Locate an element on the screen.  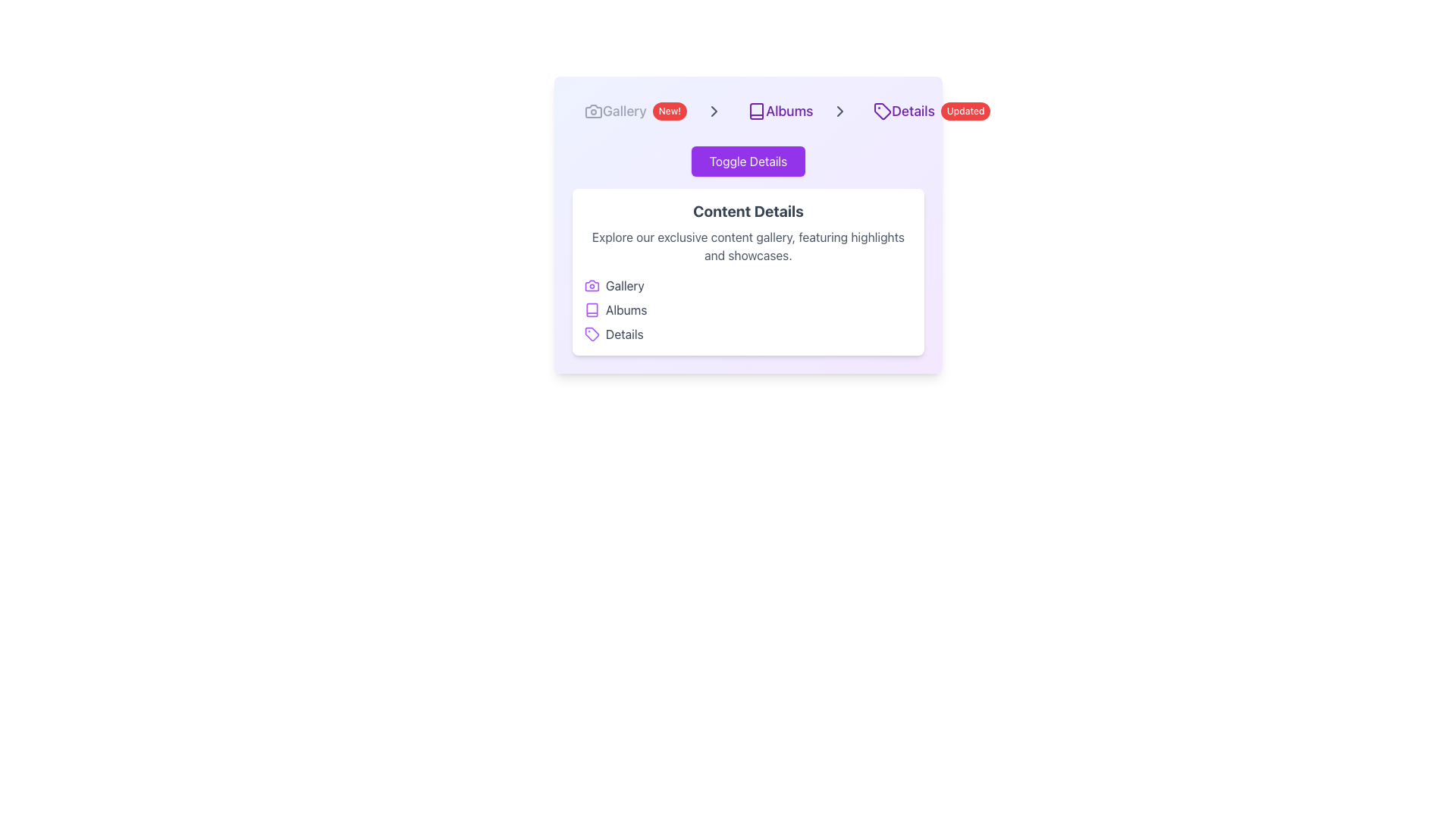
the text label in the breadcrumb navigation that indicates a navigational point, located immediately to the right of a tag icon is located at coordinates (912, 110).